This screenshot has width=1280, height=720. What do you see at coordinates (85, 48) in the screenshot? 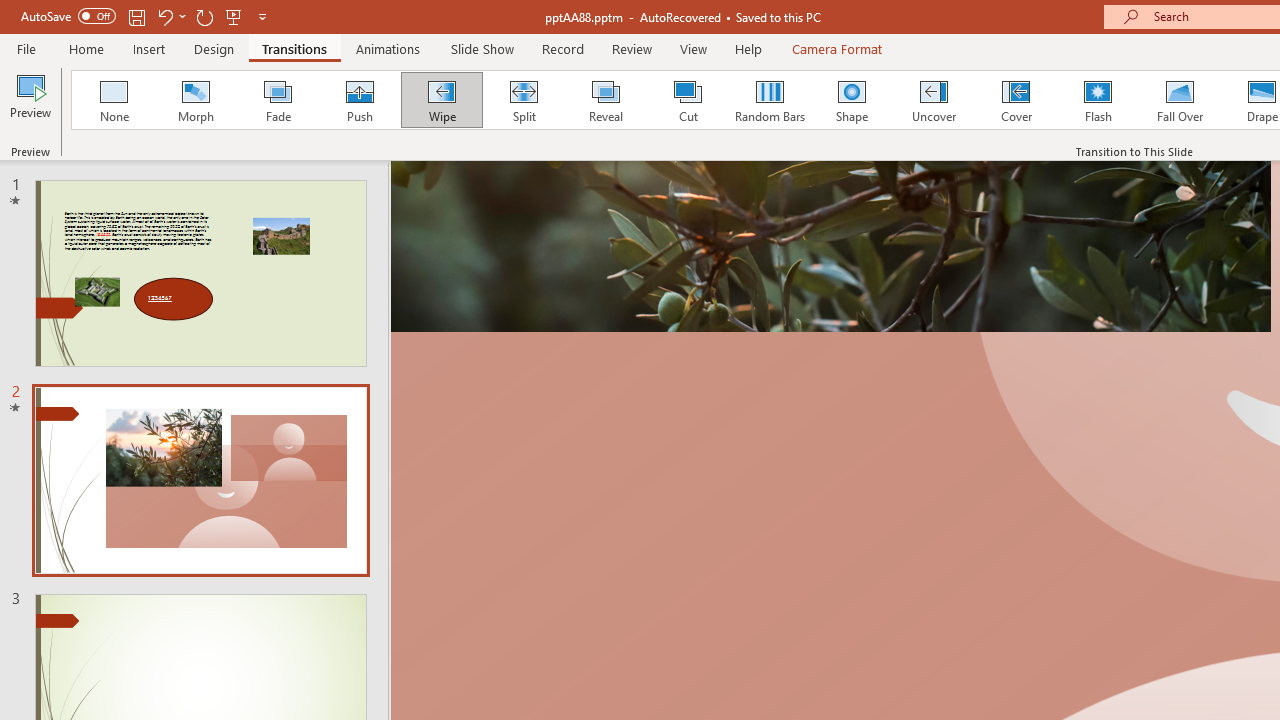
I see `'Home'` at bounding box center [85, 48].